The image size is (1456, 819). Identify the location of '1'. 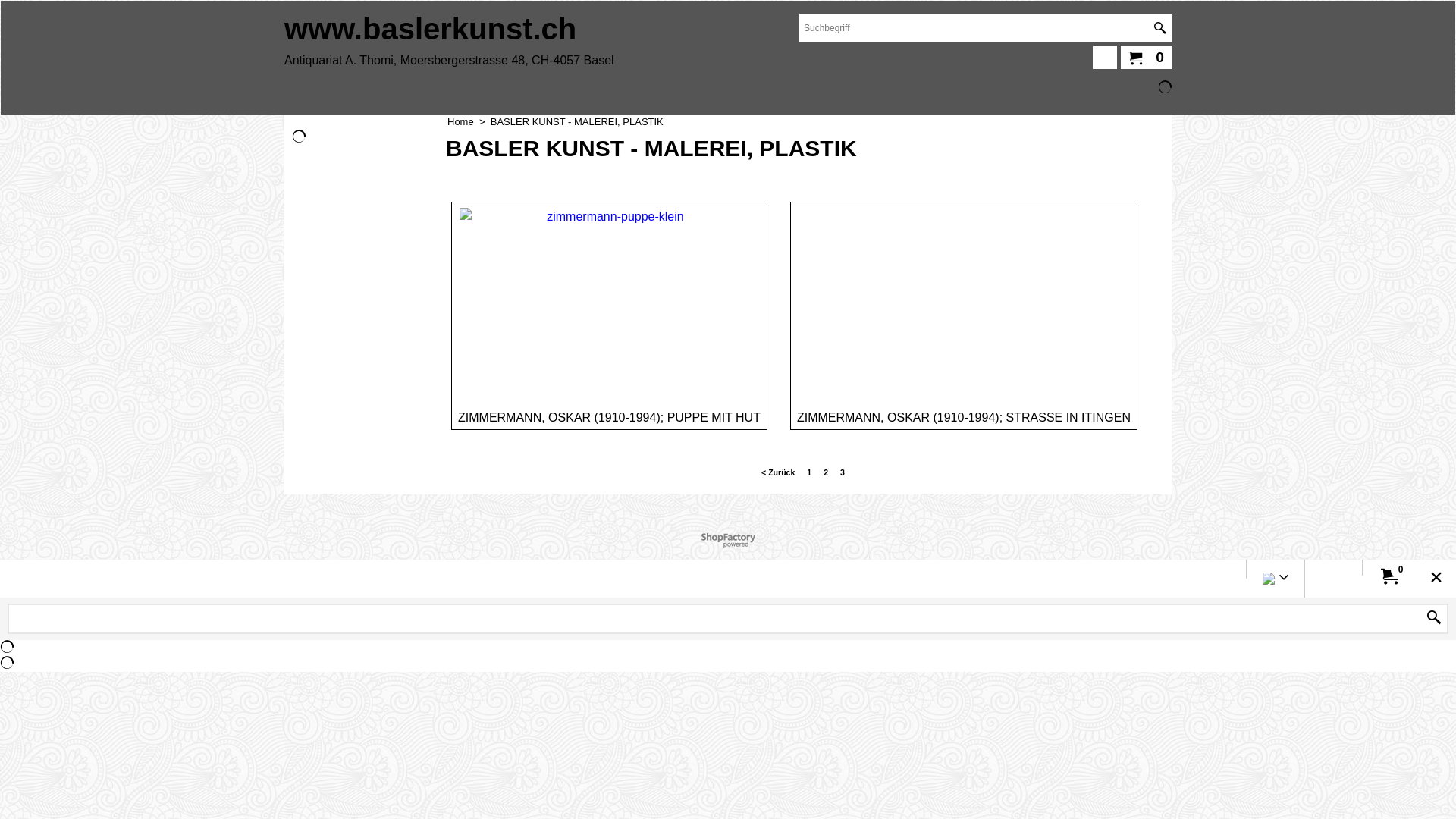
(808, 472).